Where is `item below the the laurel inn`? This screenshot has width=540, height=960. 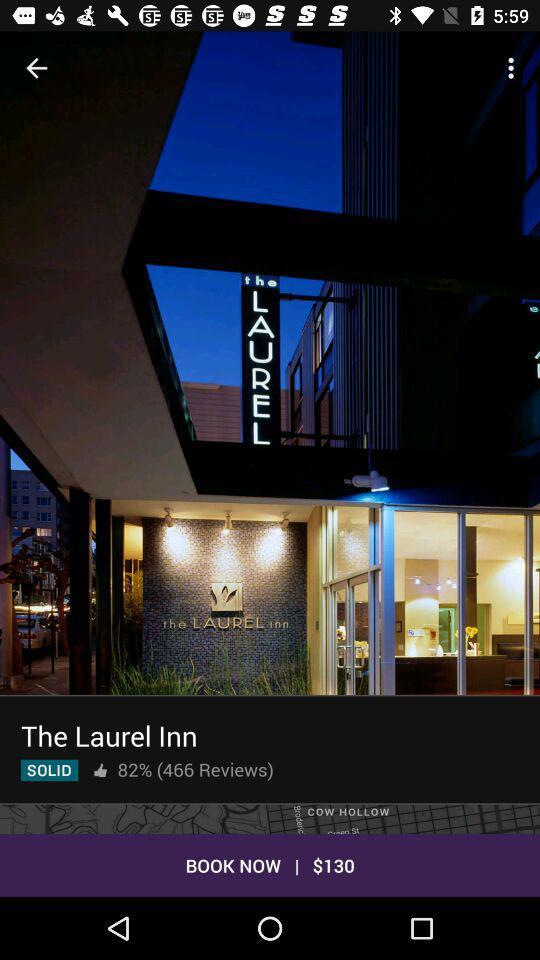
item below the the laurel inn is located at coordinates (195, 768).